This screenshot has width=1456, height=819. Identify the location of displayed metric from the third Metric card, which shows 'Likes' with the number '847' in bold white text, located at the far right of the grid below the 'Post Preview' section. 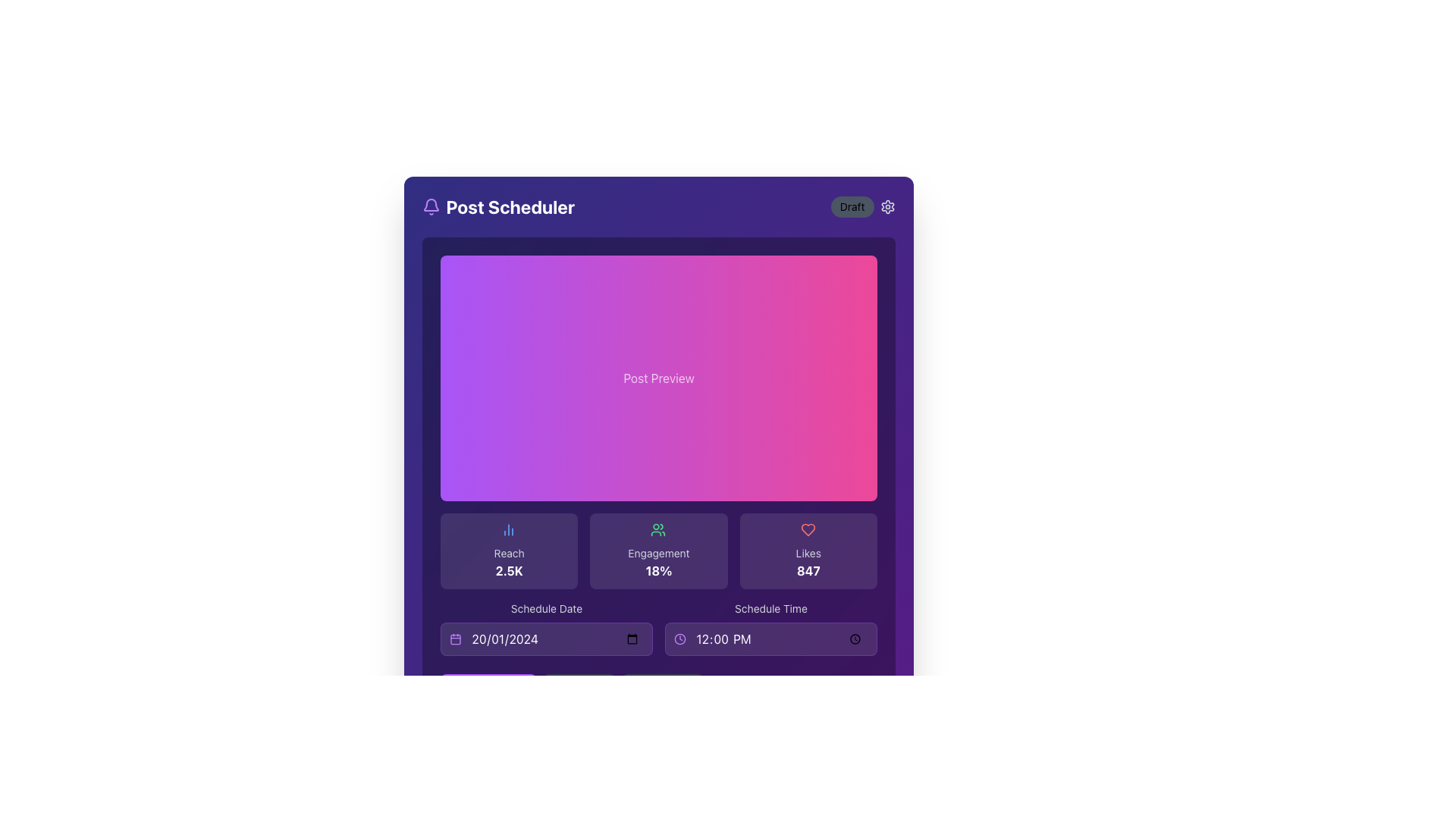
(807, 551).